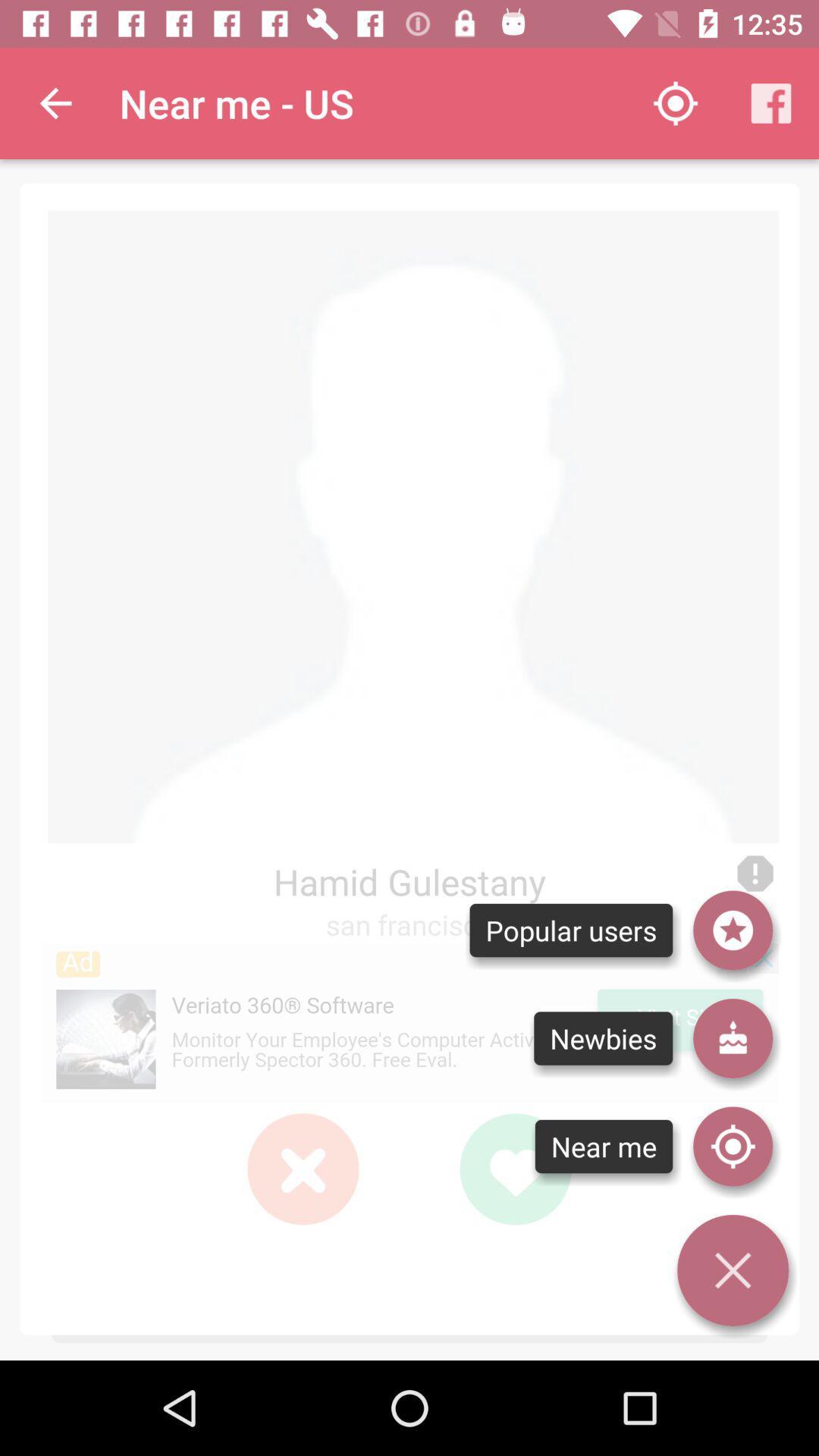 The image size is (819, 1456). I want to click on the icon which on the top right corner, so click(771, 103).